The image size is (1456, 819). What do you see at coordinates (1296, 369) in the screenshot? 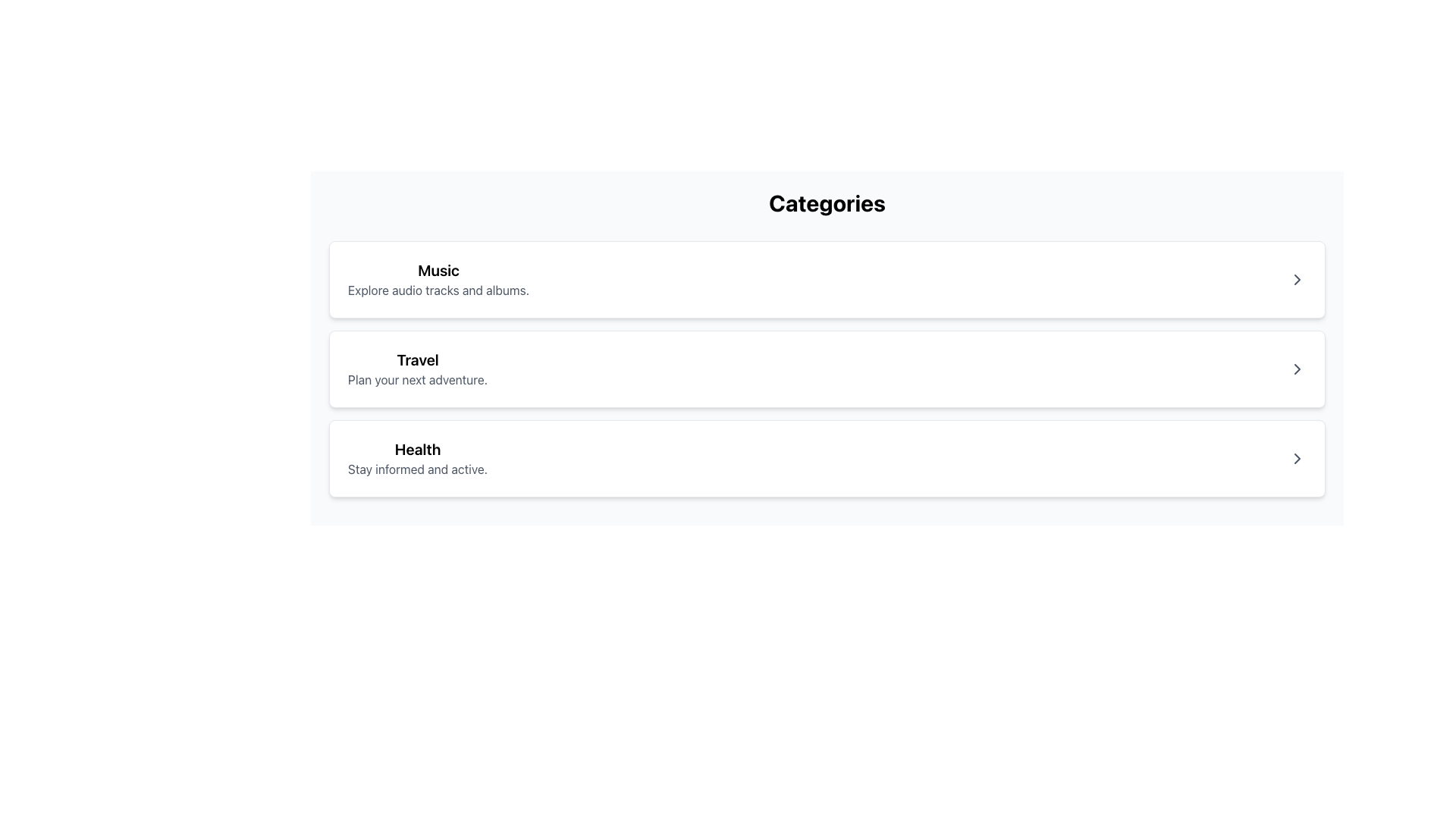
I see `the right-pointing chevron arrow icon located to the right of the 'Travel' category title within the second category card` at bounding box center [1296, 369].